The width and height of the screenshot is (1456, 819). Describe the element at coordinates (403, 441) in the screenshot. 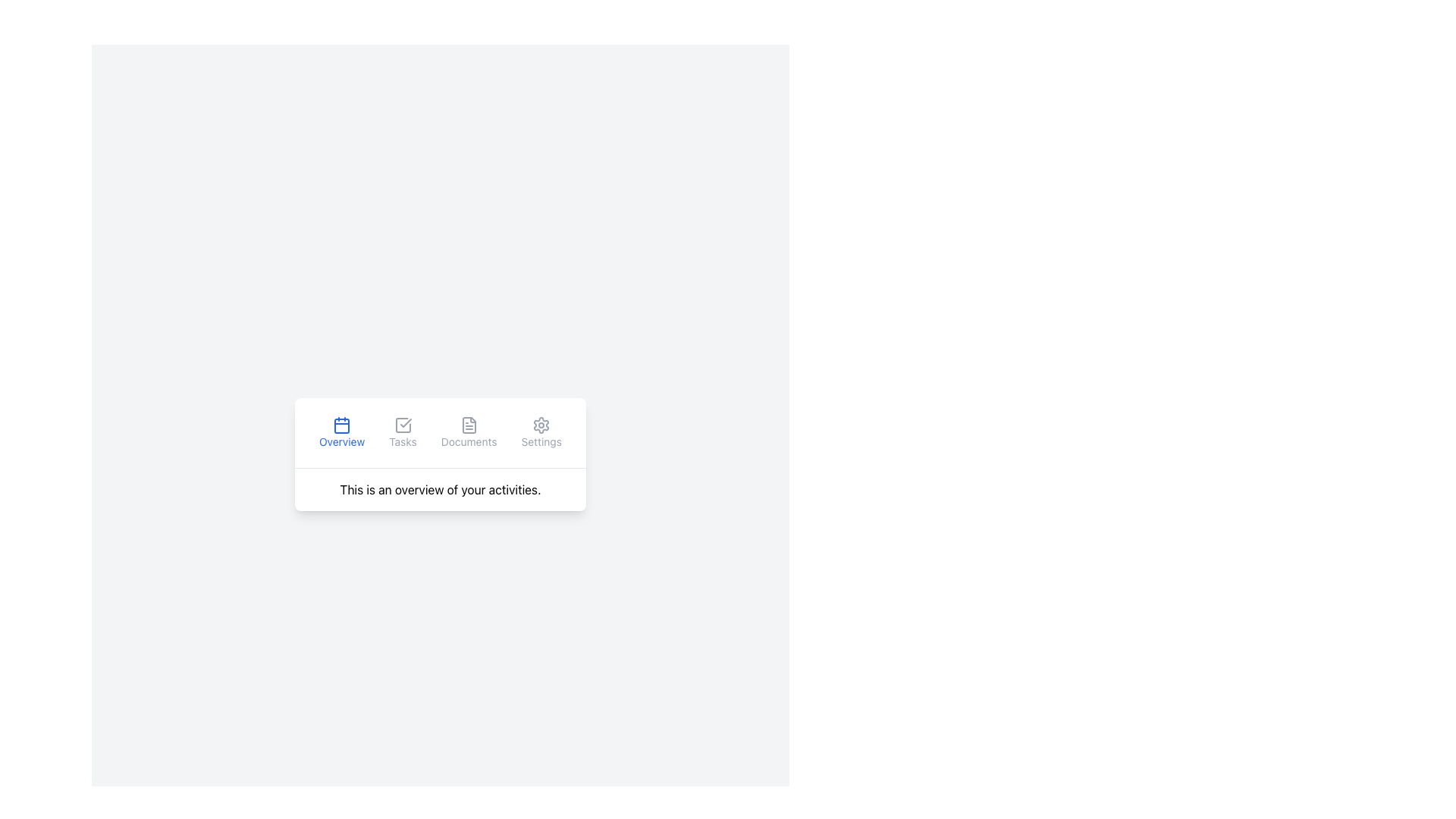

I see `text on the 'Tasks' label, which is styled in light gray and located below a checkmark icon within a navigation item` at that location.